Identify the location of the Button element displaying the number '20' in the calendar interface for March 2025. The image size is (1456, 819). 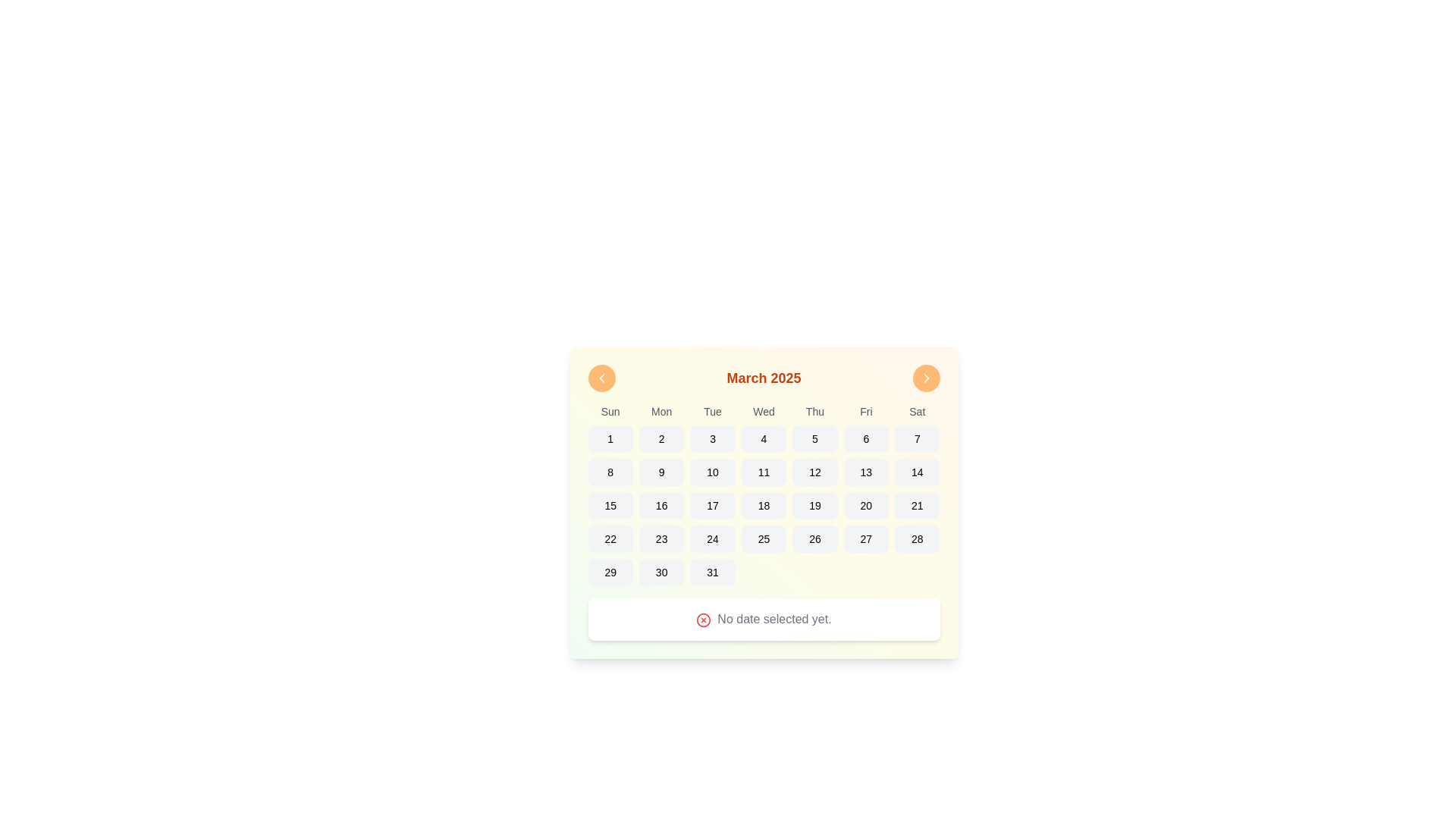
(866, 506).